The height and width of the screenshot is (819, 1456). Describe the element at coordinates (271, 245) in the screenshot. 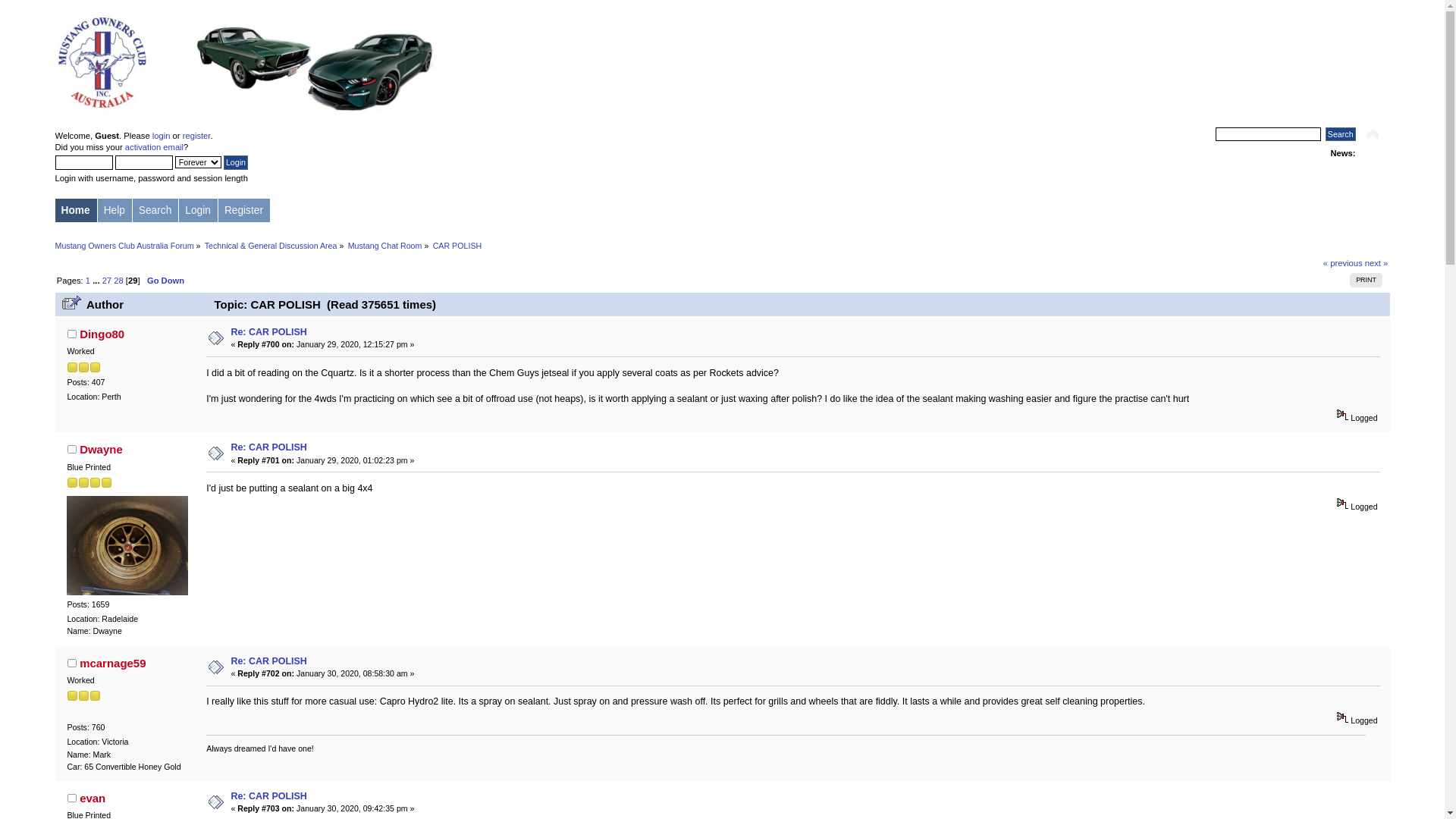

I see `'Technical & General Discussion Area'` at that location.